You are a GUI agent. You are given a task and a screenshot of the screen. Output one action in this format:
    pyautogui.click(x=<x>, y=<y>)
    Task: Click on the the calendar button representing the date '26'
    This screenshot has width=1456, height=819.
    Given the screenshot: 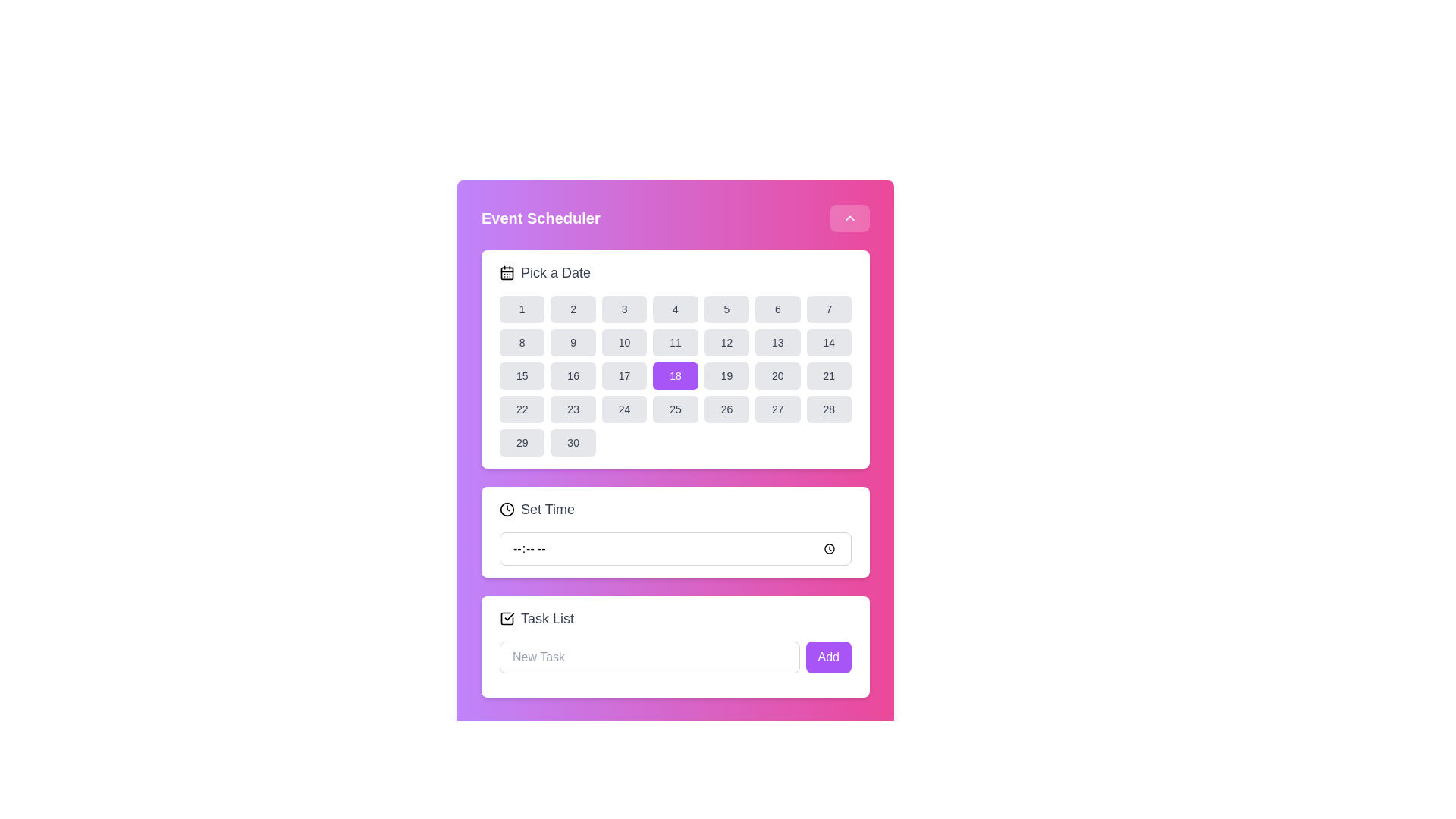 What is the action you would take?
    pyautogui.click(x=726, y=409)
    